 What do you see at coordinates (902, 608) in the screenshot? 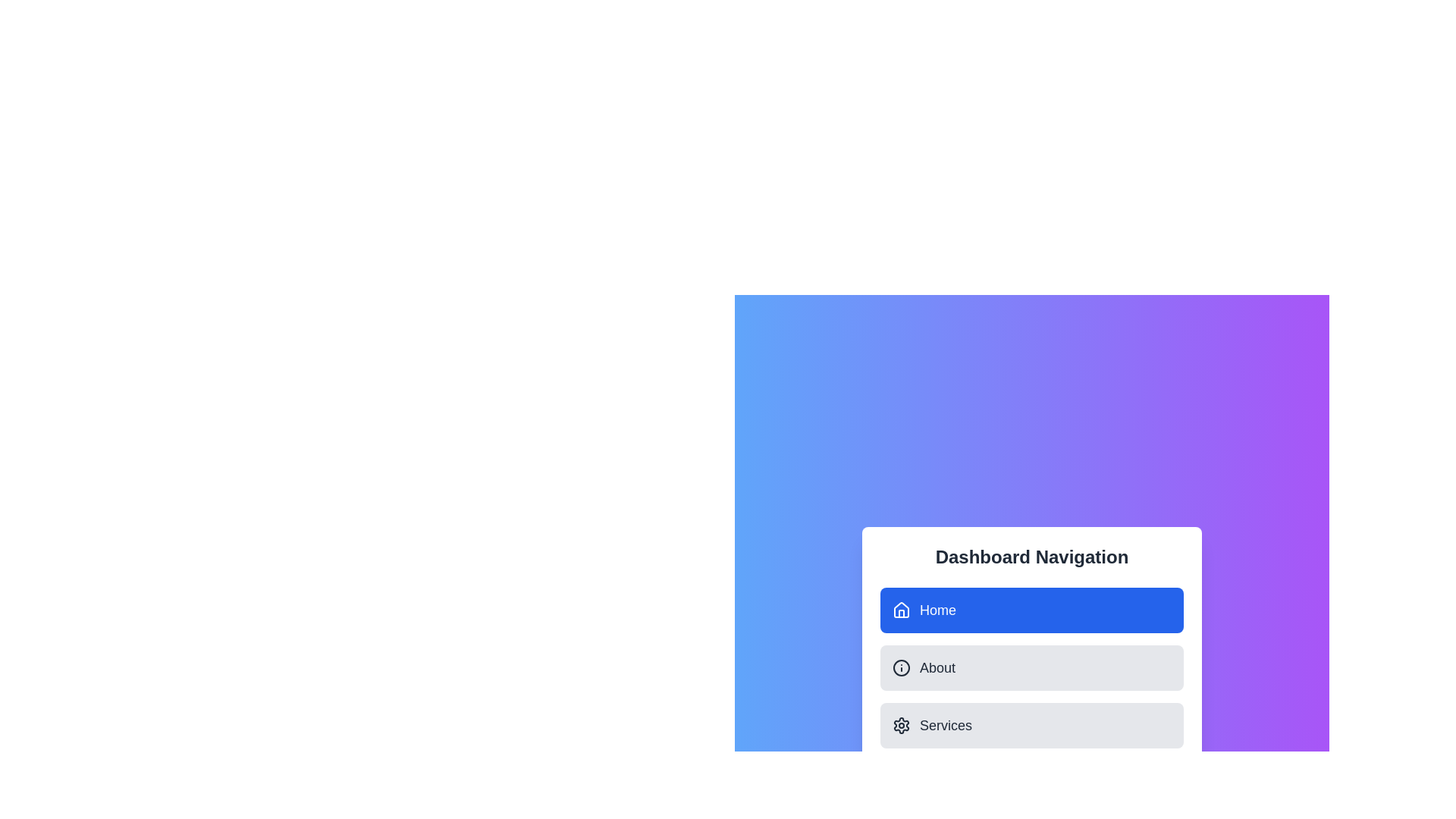
I see `the house icon located within the blue-highlighted 'Home' navigation option` at bounding box center [902, 608].